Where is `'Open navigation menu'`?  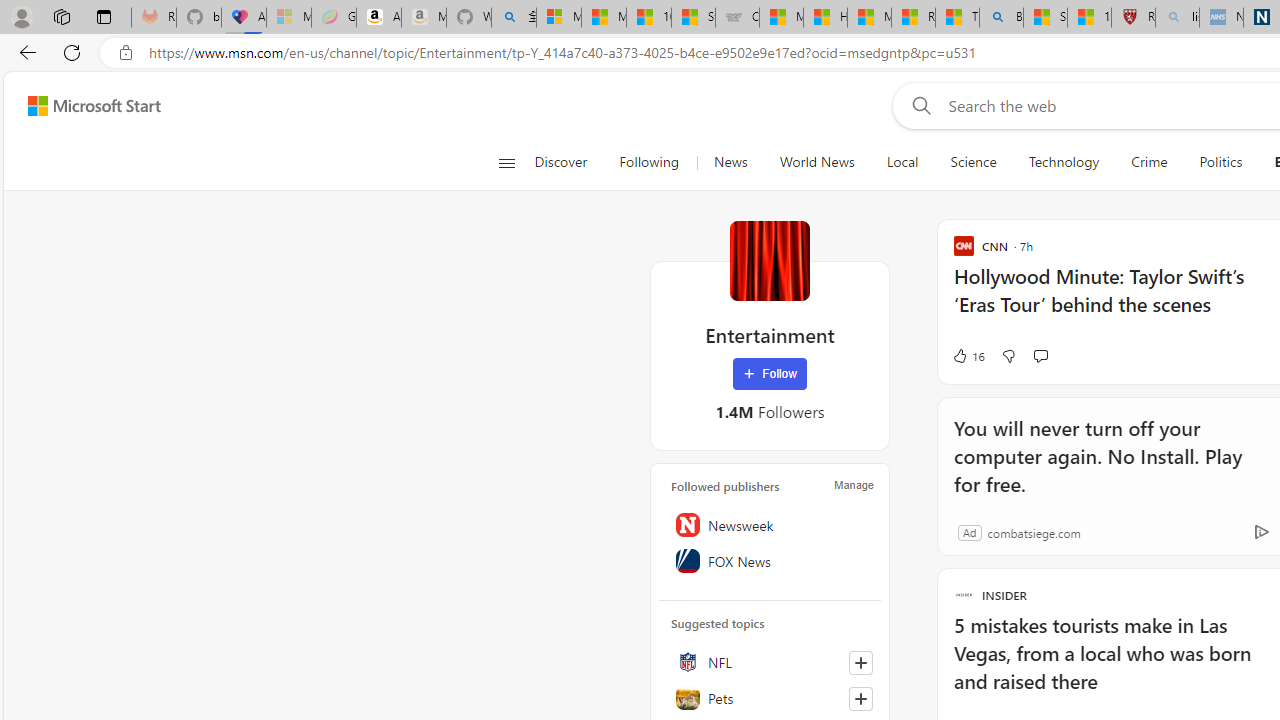
'Open navigation menu' is located at coordinates (506, 162).